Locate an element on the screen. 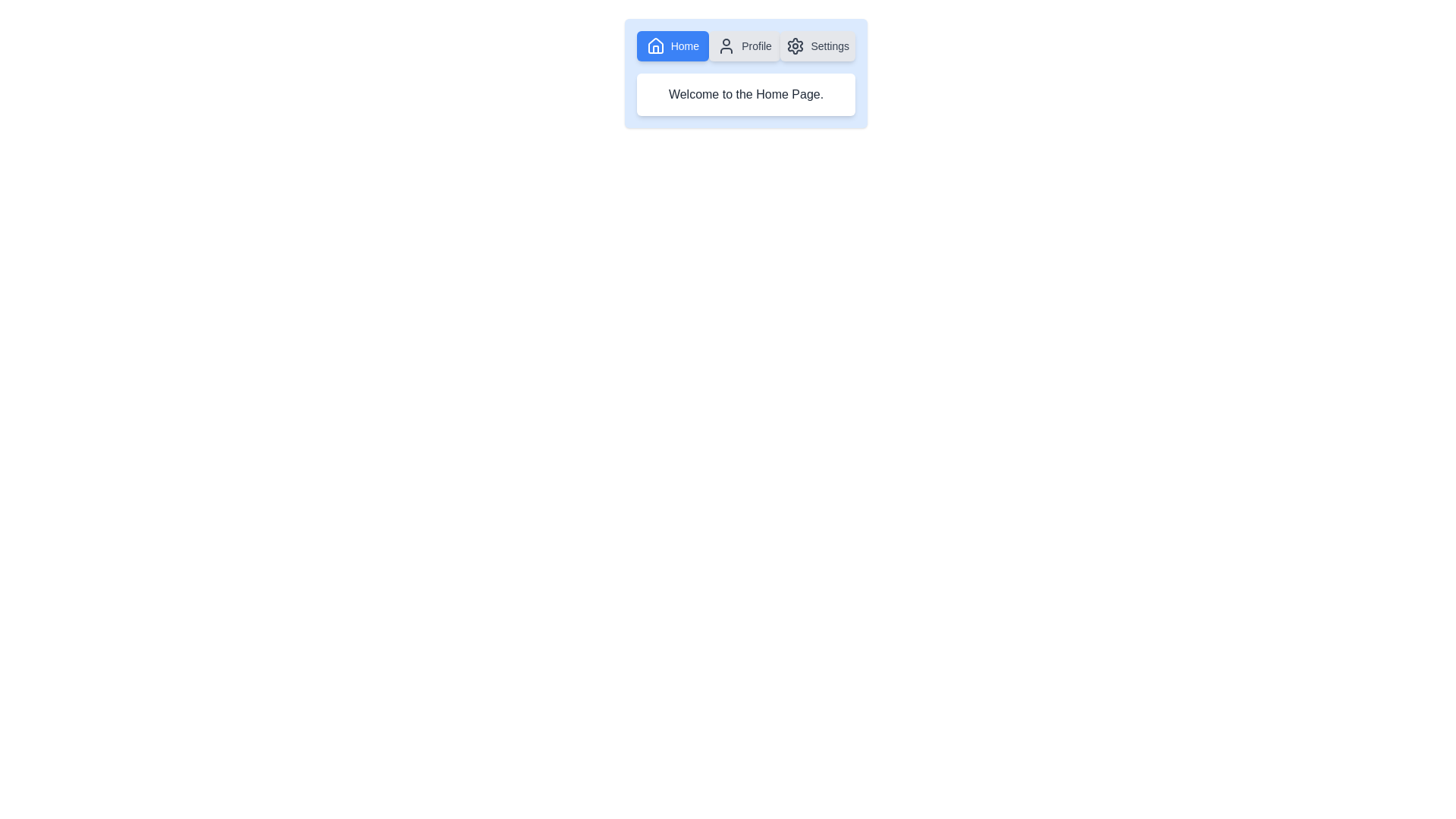 The height and width of the screenshot is (819, 1456). the blue rectangular button with rounded corners labeled 'Home' is located at coordinates (672, 45).